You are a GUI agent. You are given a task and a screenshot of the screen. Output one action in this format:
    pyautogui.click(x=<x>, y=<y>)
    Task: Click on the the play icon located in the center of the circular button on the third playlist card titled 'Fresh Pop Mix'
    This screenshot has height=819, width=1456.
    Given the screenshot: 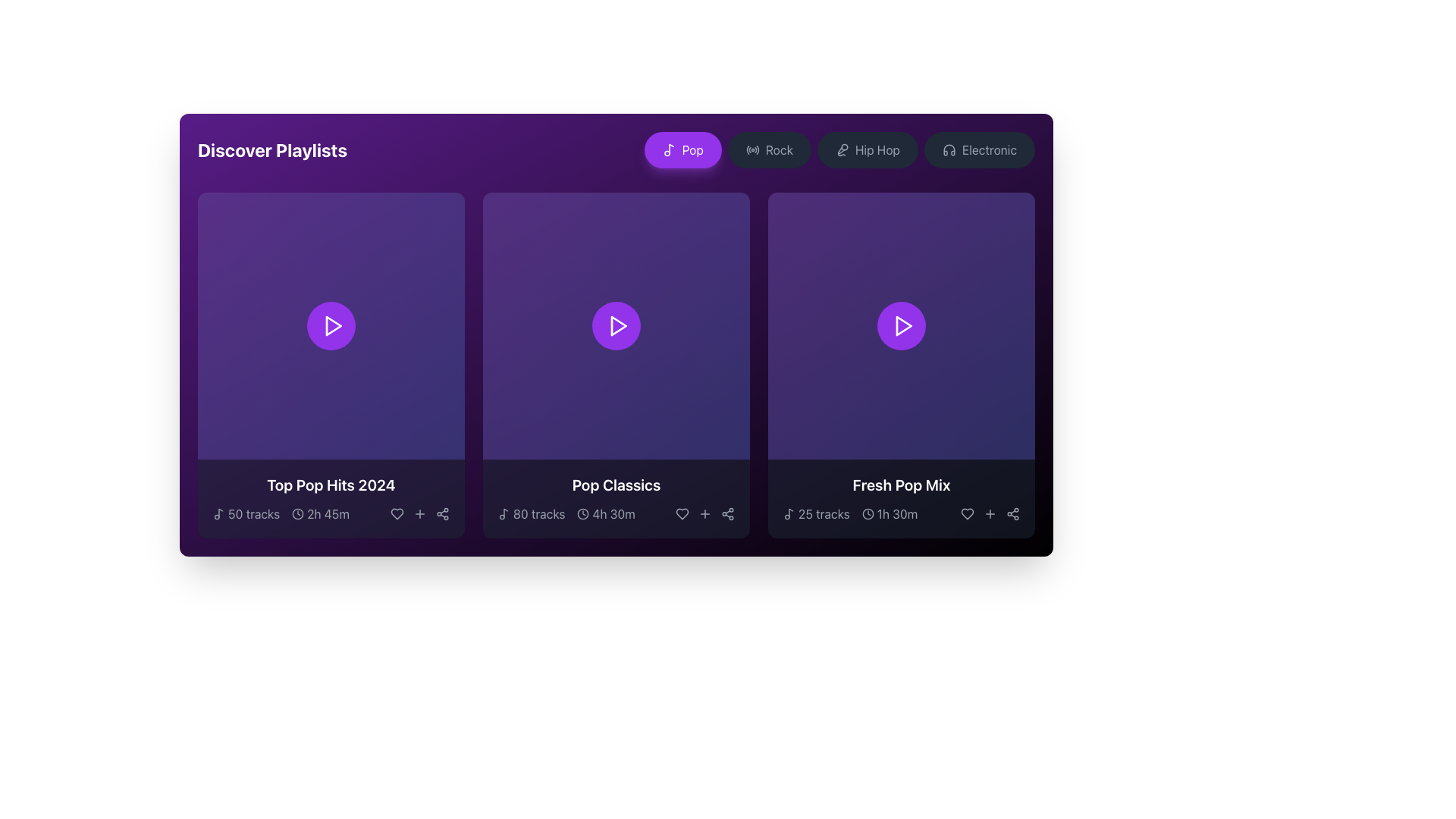 What is the action you would take?
    pyautogui.click(x=902, y=325)
    